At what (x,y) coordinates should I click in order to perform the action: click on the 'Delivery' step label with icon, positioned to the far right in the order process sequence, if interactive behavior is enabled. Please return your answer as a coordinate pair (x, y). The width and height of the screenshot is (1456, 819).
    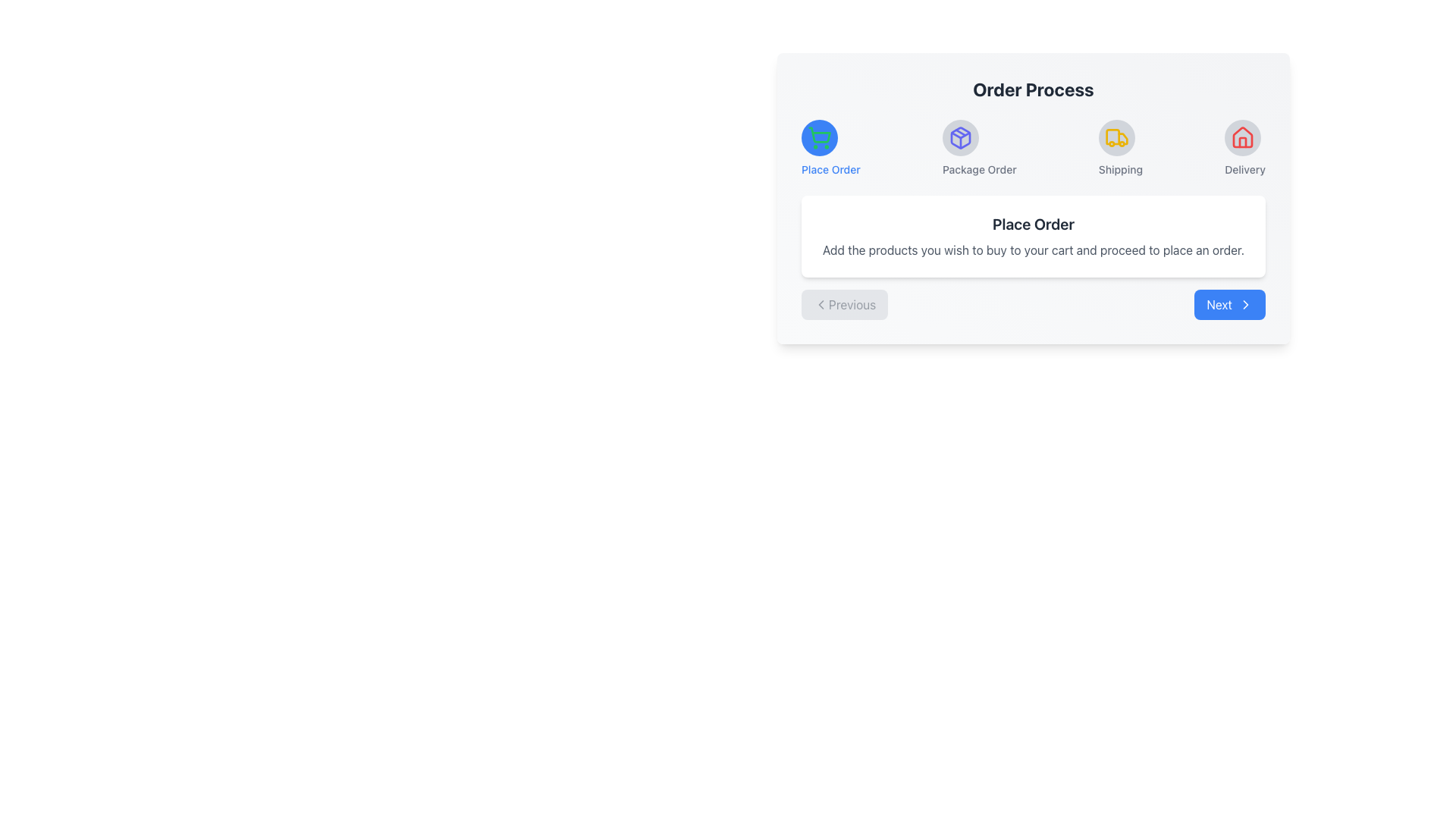
    Looking at the image, I should click on (1245, 149).